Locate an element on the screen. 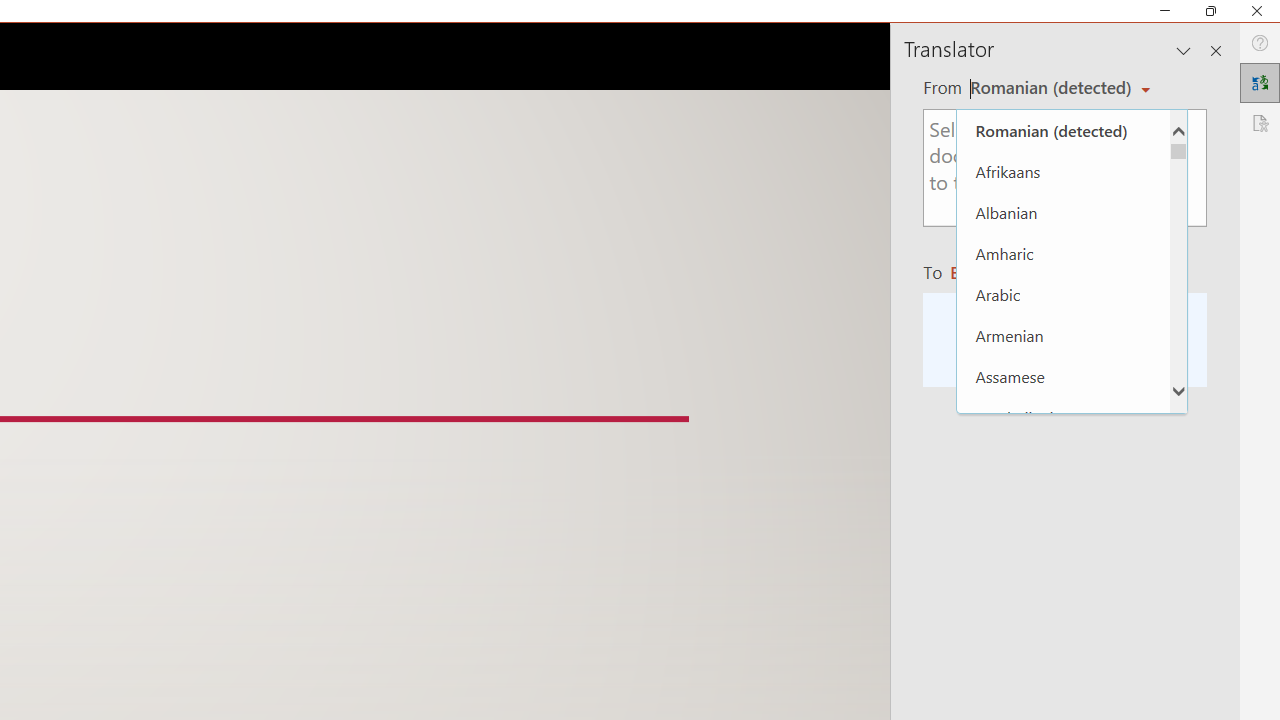 The width and height of the screenshot is (1280, 720). 'Bhojpuri' is located at coordinates (1062, 581).